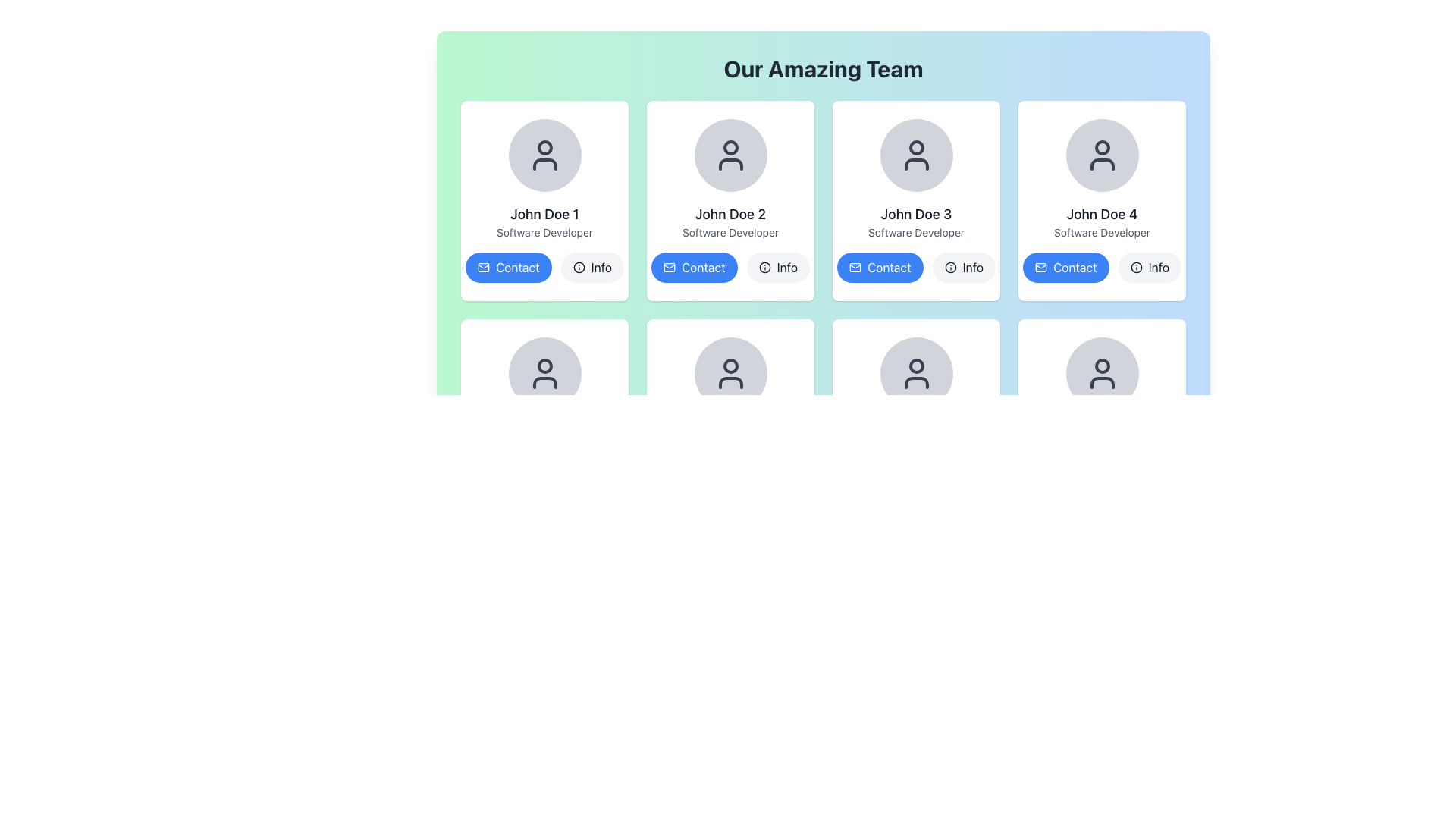 The width and height of the screenshot is (1456, 819). What do you see at coordinates (1136, 267) in the screenshot?
I see `the information icon shaped like a circle with an 'i' inside, located in the fourth card of the top row` at bounding box center [1136, 267].